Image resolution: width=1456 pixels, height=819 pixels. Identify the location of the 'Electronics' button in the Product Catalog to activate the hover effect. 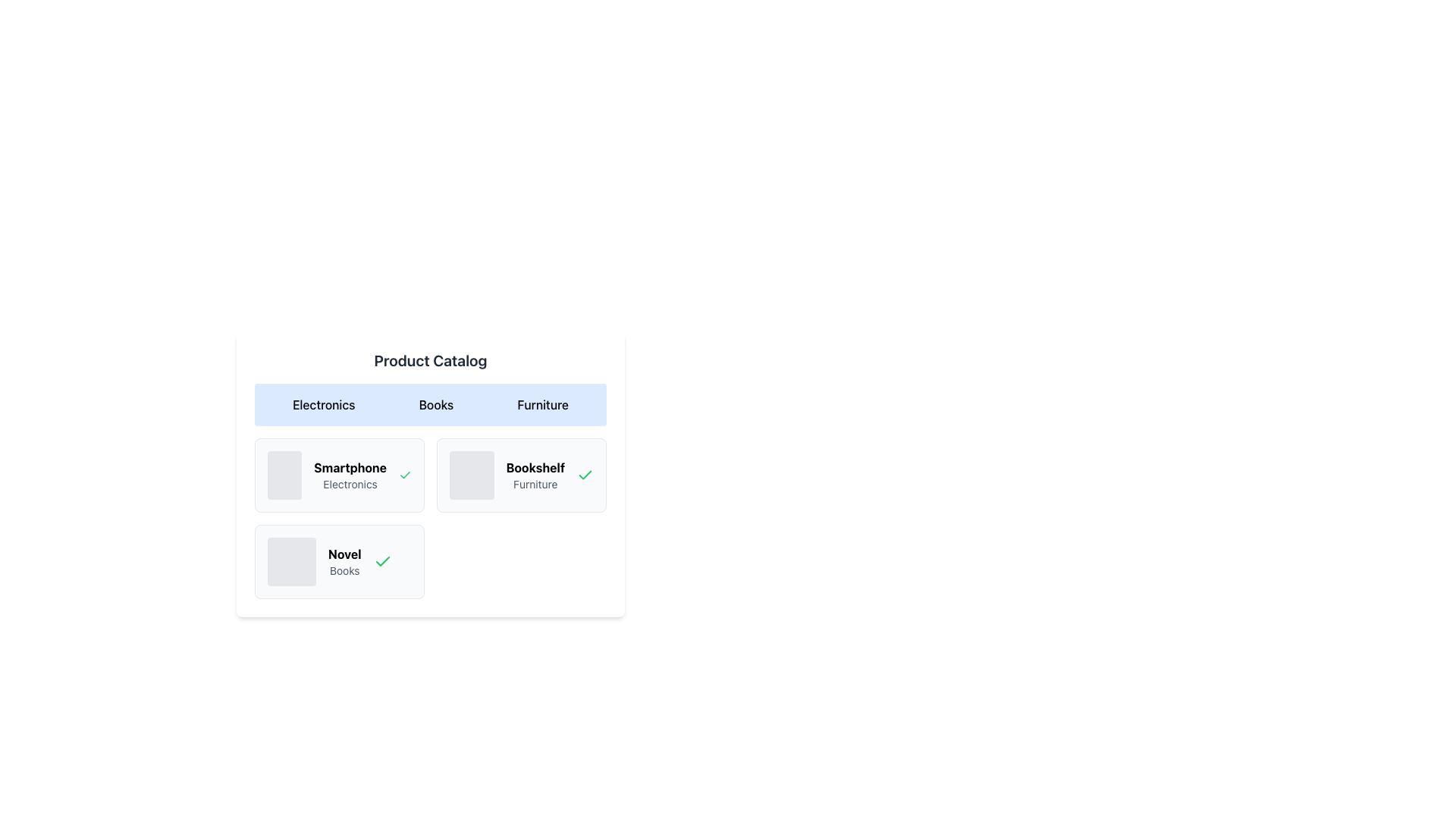
(323, 403).